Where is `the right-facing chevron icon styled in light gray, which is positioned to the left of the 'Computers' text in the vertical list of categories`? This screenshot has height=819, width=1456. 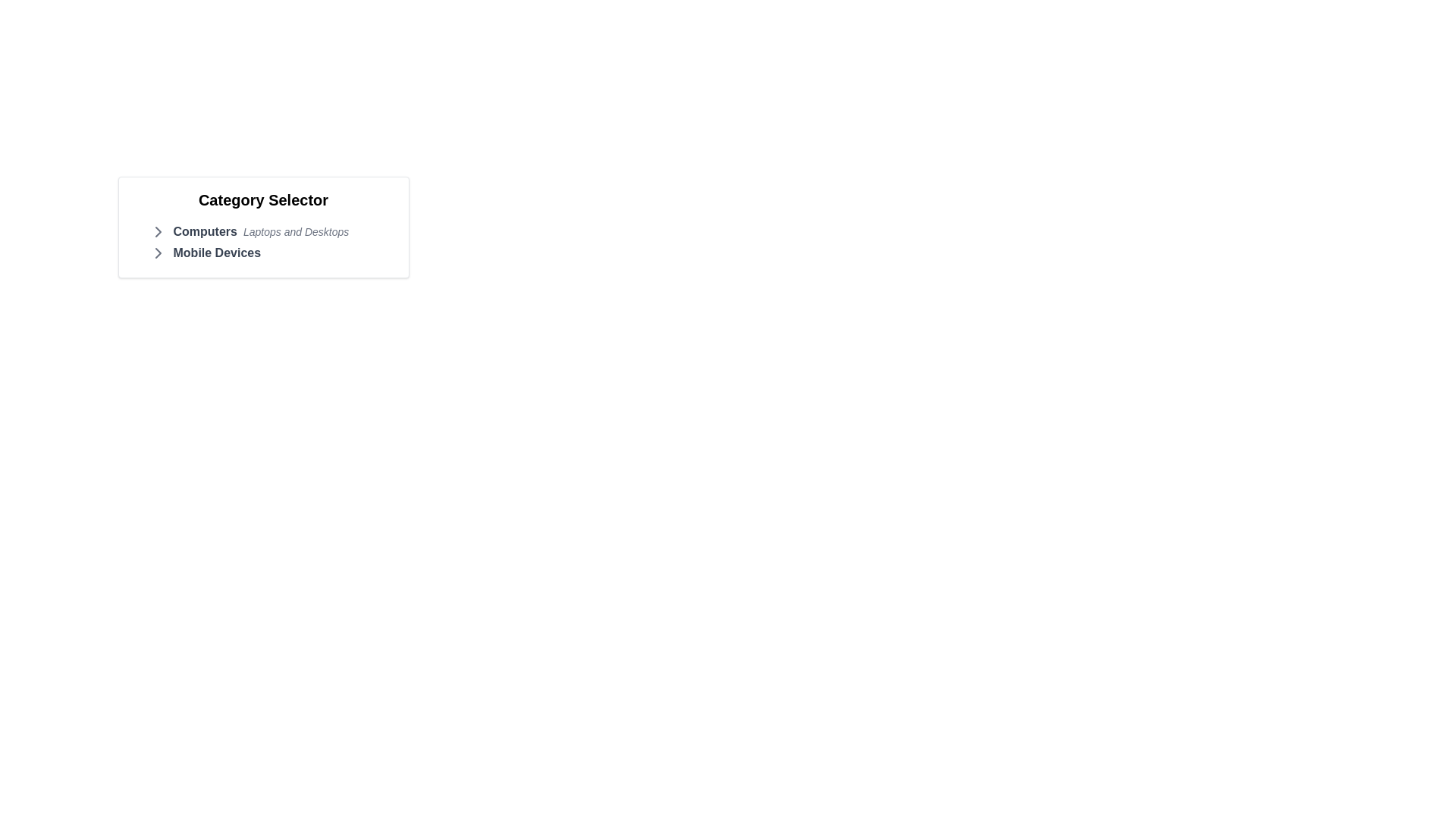 the right-facing chevron icon styled in light gray, which is positioned to the left of the 'Computers' text in the vertical list of categories is located at coordinates (158, 231).